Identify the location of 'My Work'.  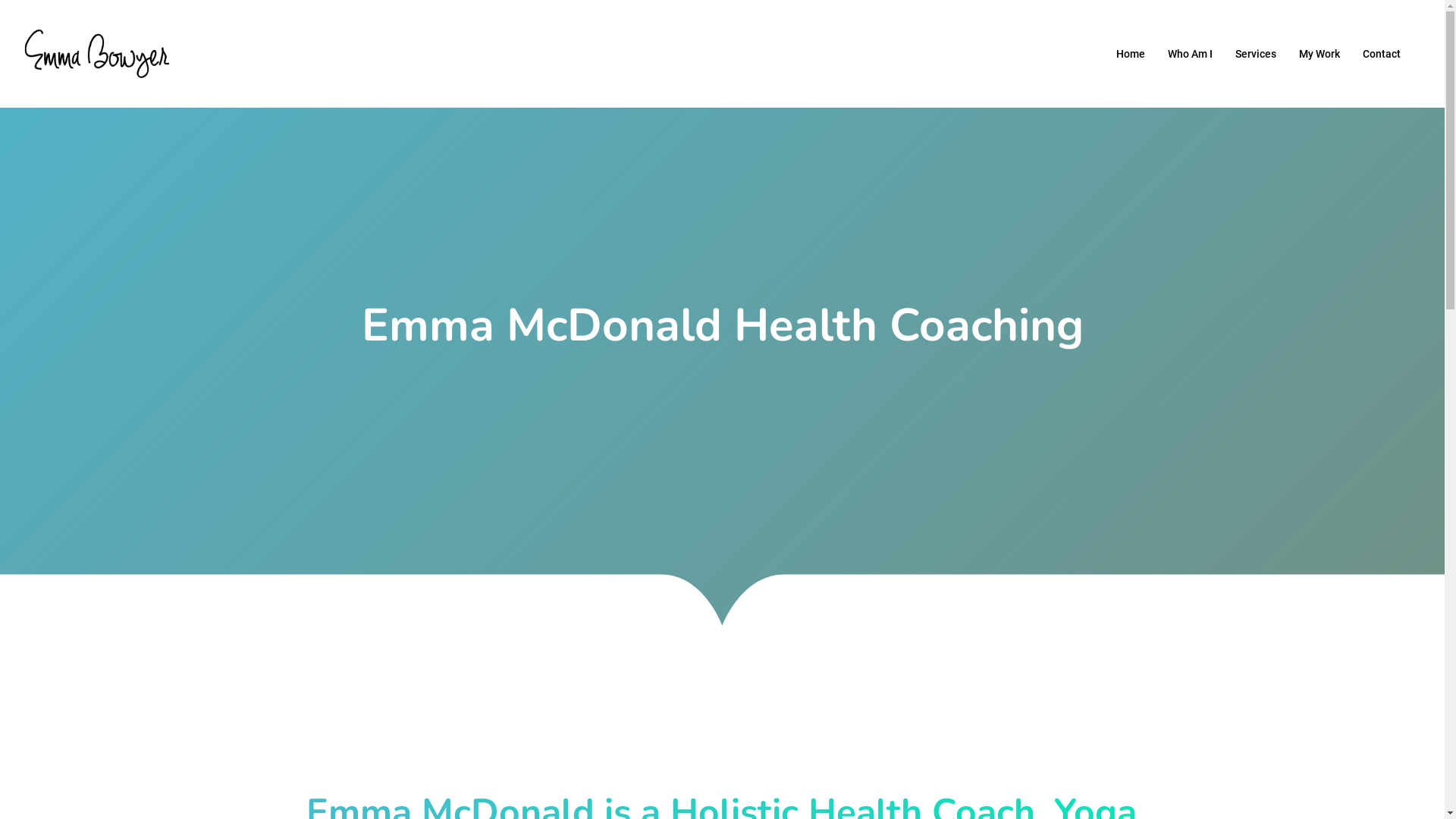
(1318, 52).